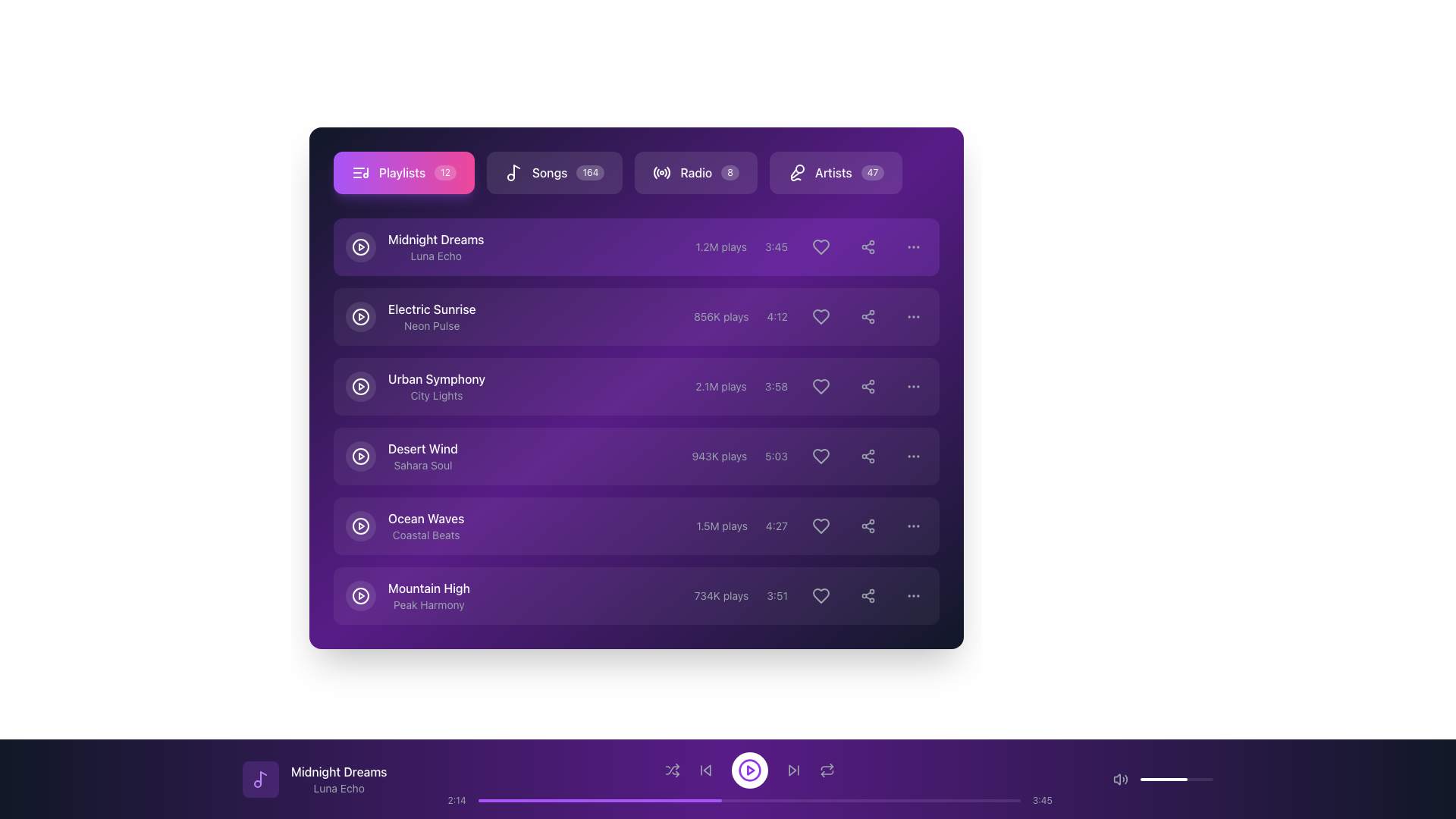  I want to click on the sharing button located on the rightmost side of the fifth row, next, so click(868, 526).